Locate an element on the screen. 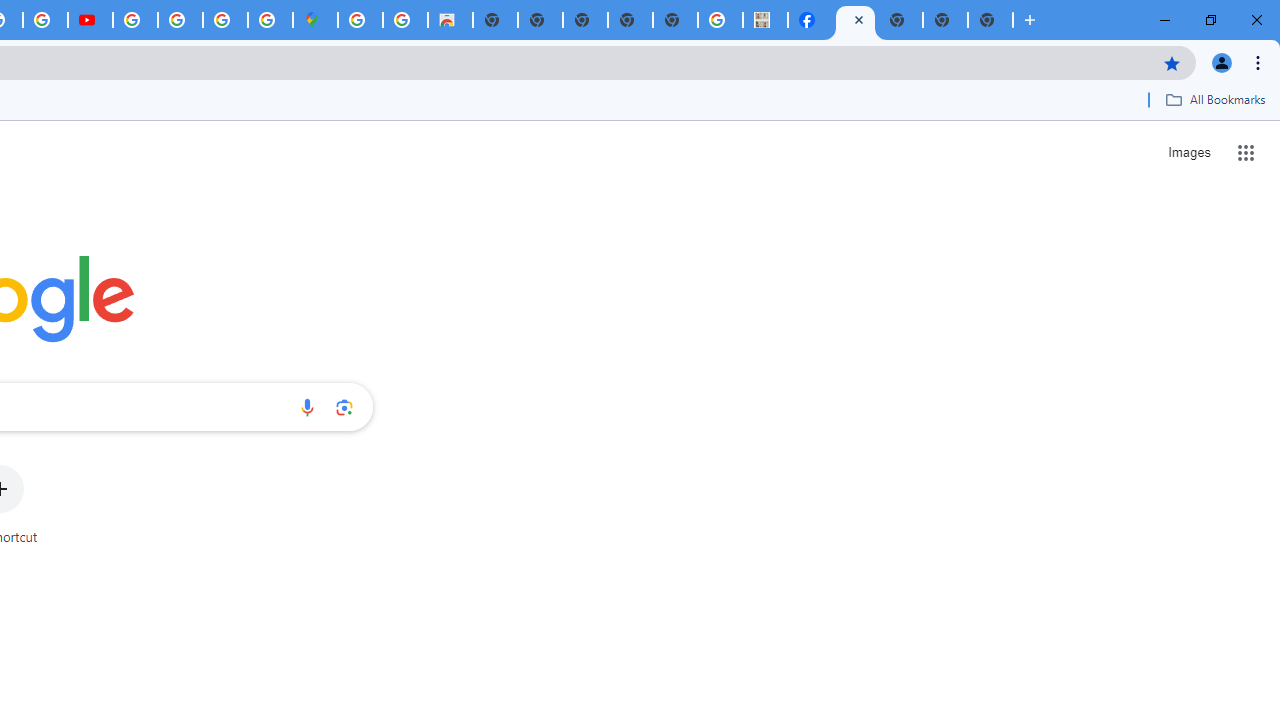 The image size is (1280, 720). 'Chrome Web Store - Shopping' is located at coordinates (449, 20).